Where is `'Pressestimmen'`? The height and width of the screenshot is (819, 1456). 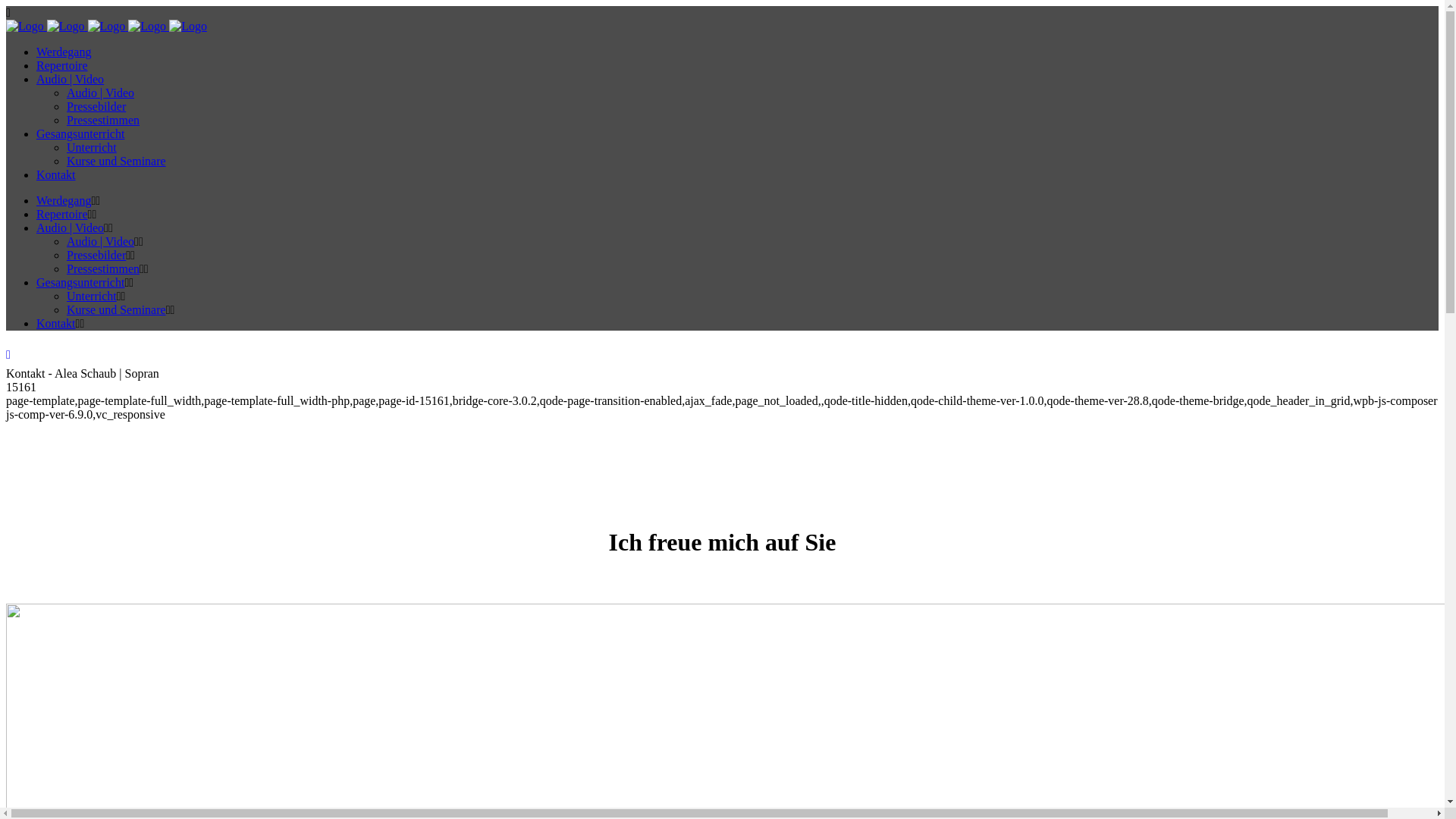 'Pressestimmen' is located at coordinates (102, 119).